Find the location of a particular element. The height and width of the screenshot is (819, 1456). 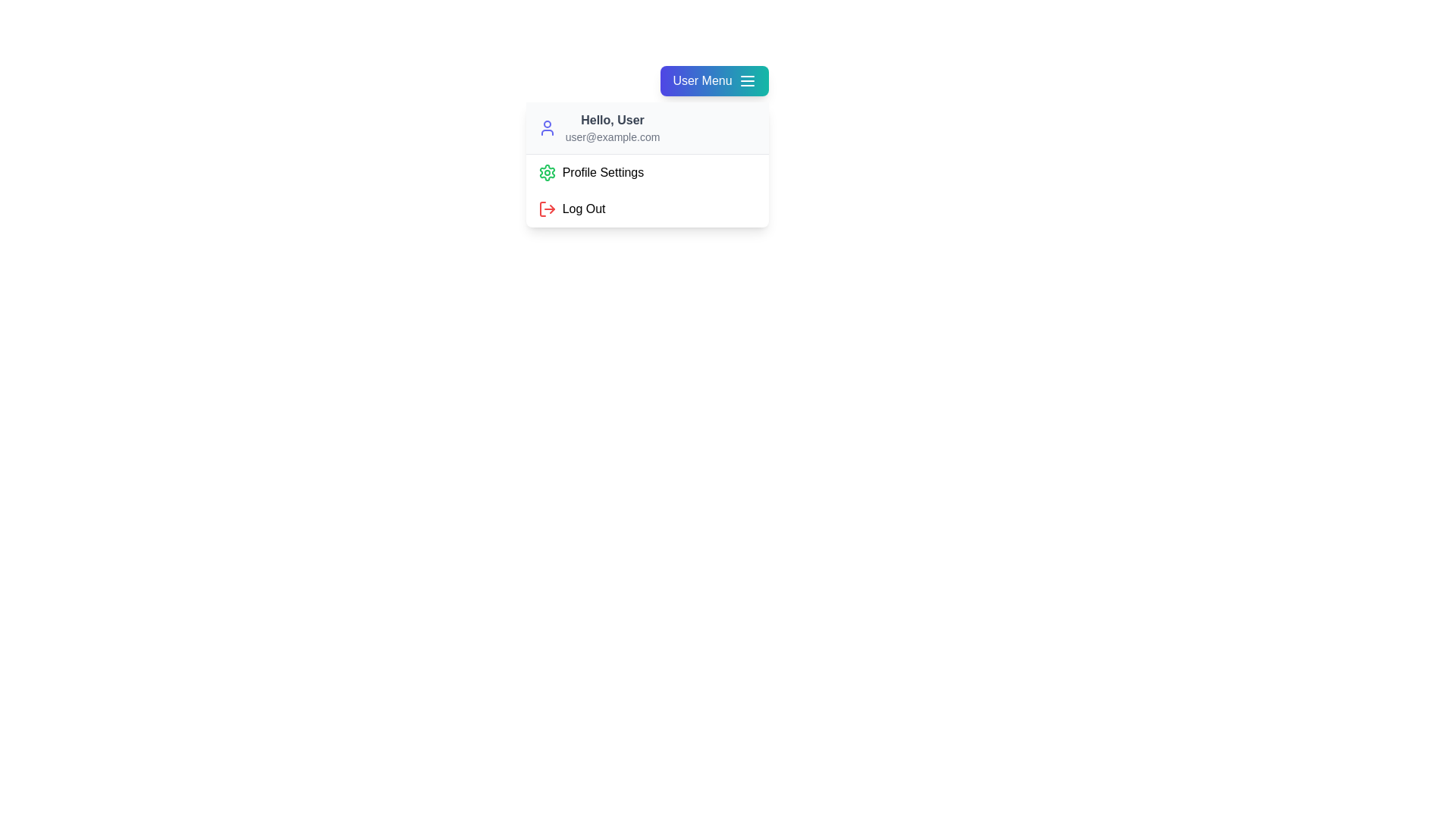

the 'Log Out' option in the user menu is located at coordinates (647, 209).